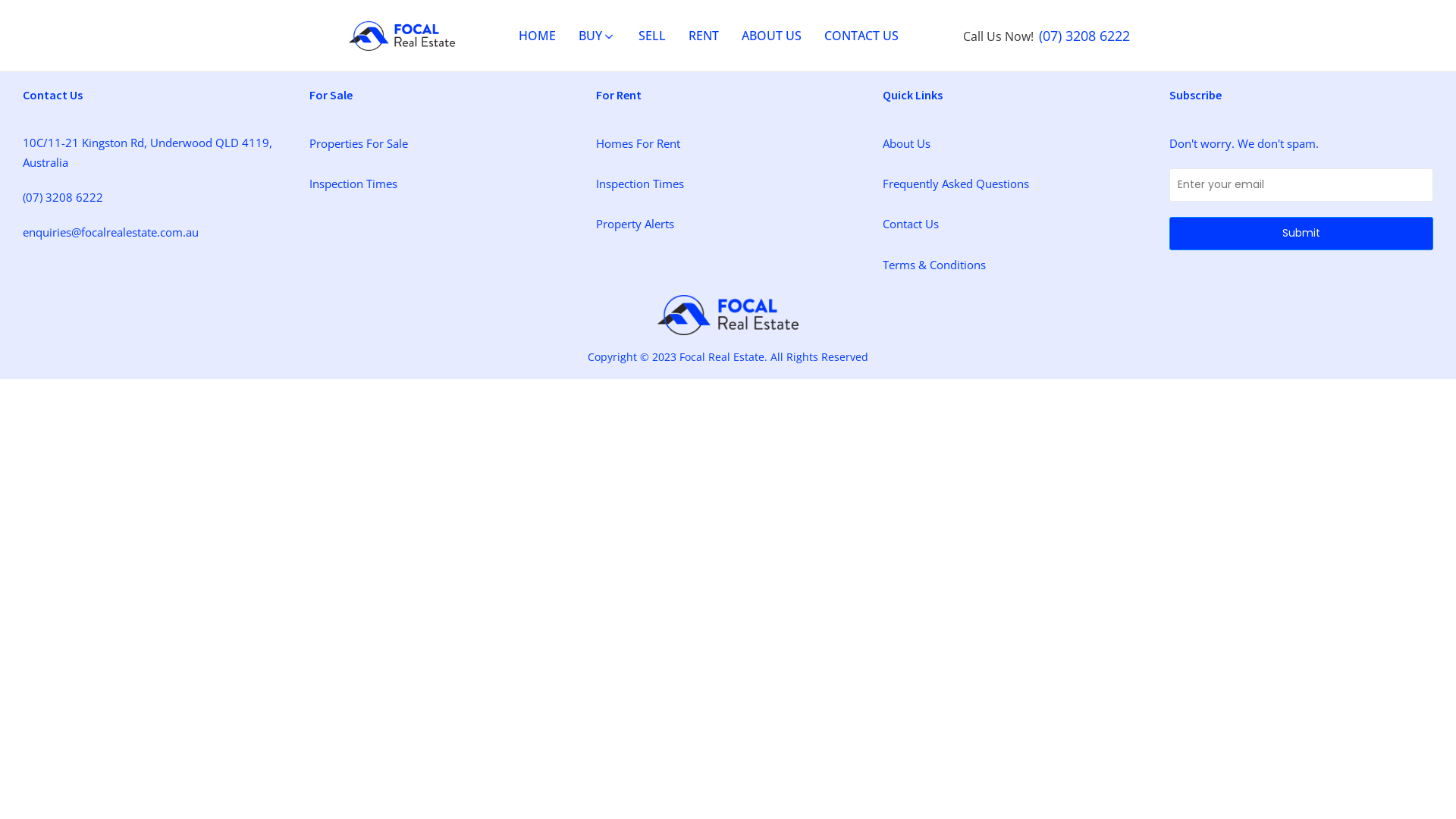 The width and height of the screenshot is (1456, 819). I want to click on 'Frequently Asked Questions', so click(955, 183).